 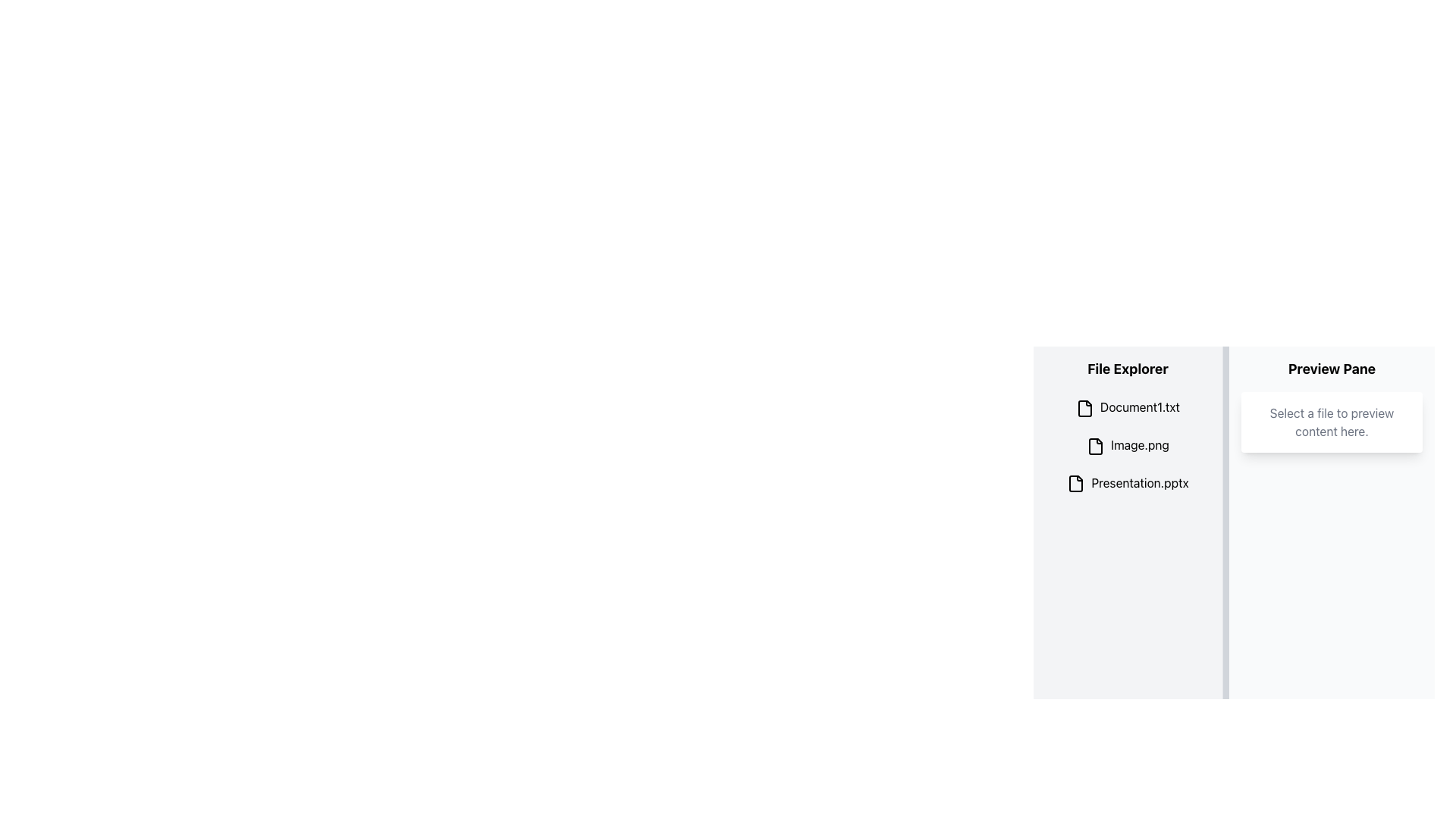 What do you see at coordinates (1331, 422) in the screenshot?
I see `the instructional text label that prompts the user to select a file` at bounding box center [1331, 422].